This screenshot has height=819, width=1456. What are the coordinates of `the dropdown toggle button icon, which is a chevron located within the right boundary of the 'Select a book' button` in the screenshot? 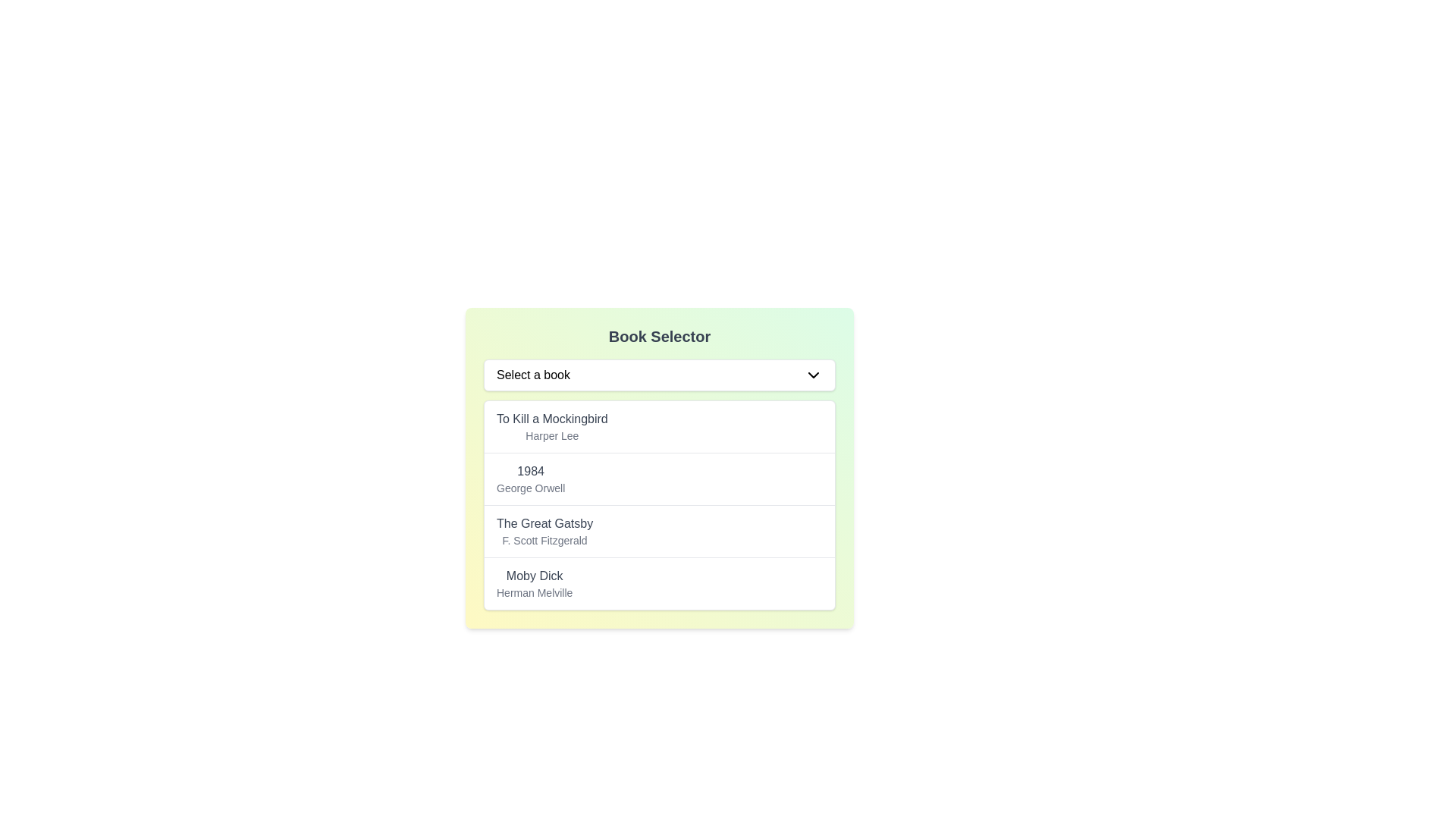 It's located at (813, 375).